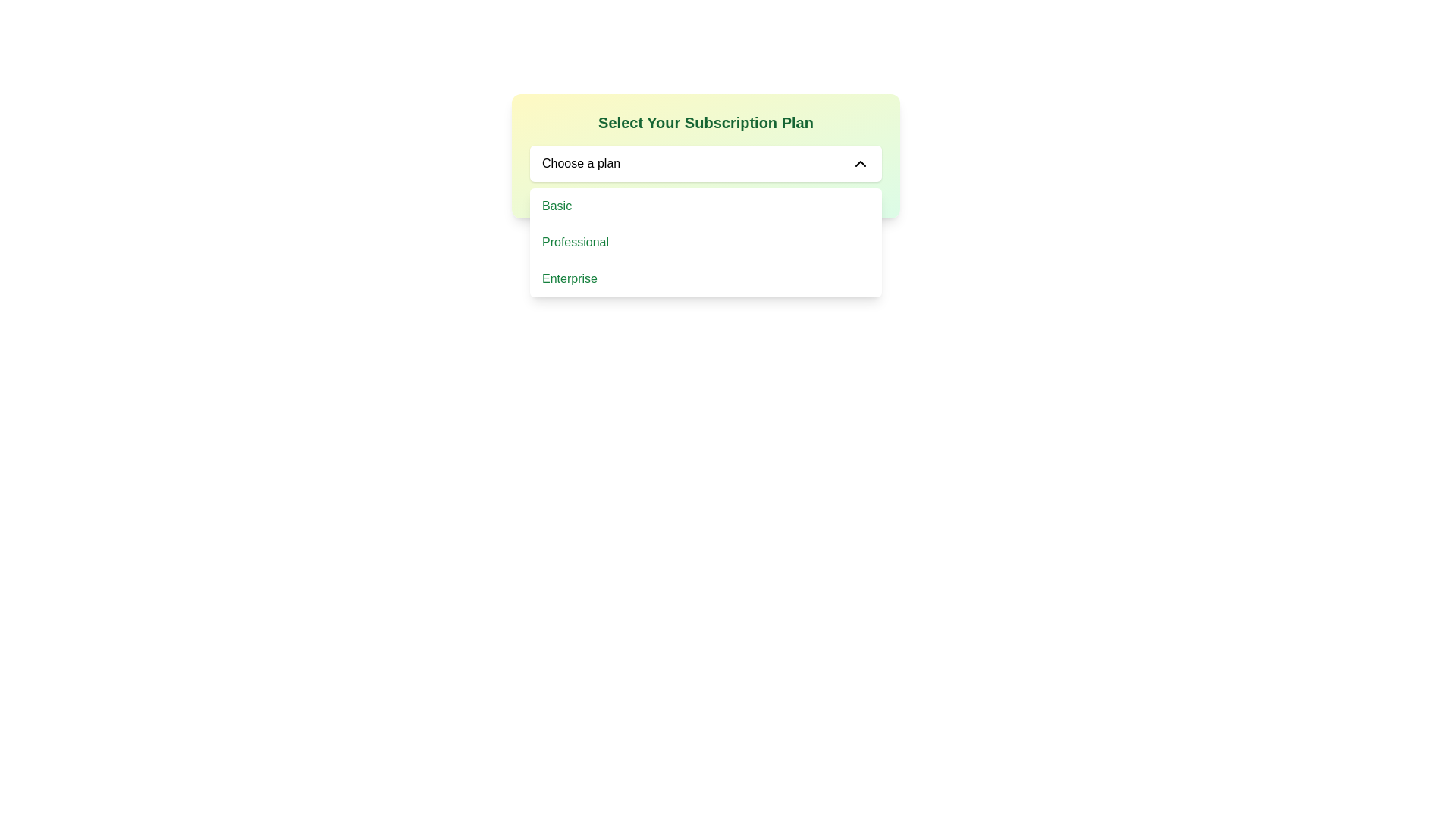 The height and width of the screenshot is (819, 1456). Describe the element at coordinates (574, 242) in the screenshot. I see `the 'Professional' text label within the 'Choose a plan' dropdown menu` at that location.